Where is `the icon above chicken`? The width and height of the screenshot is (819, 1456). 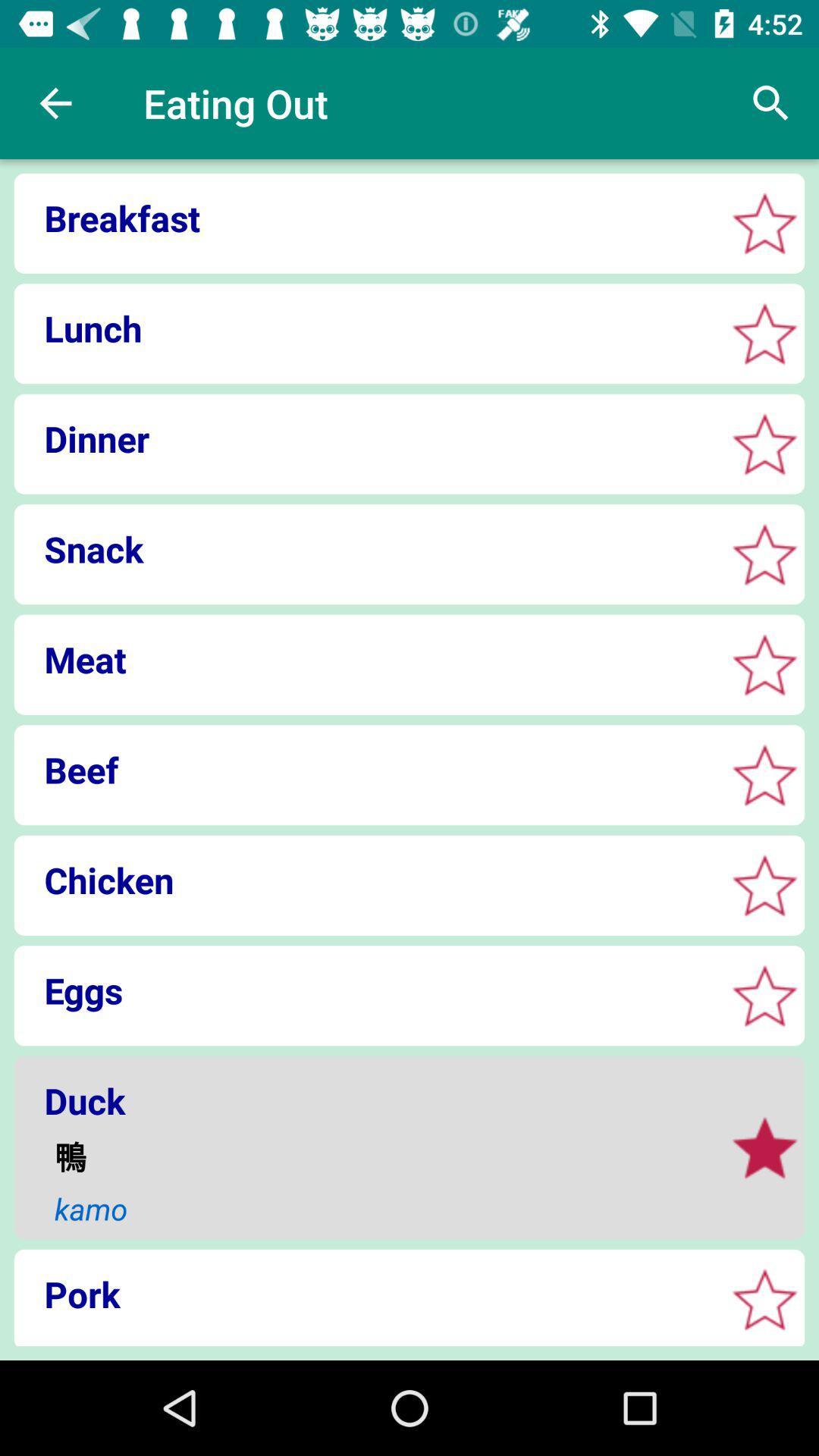 the icon above chicken is located at coordinates (365, 770).